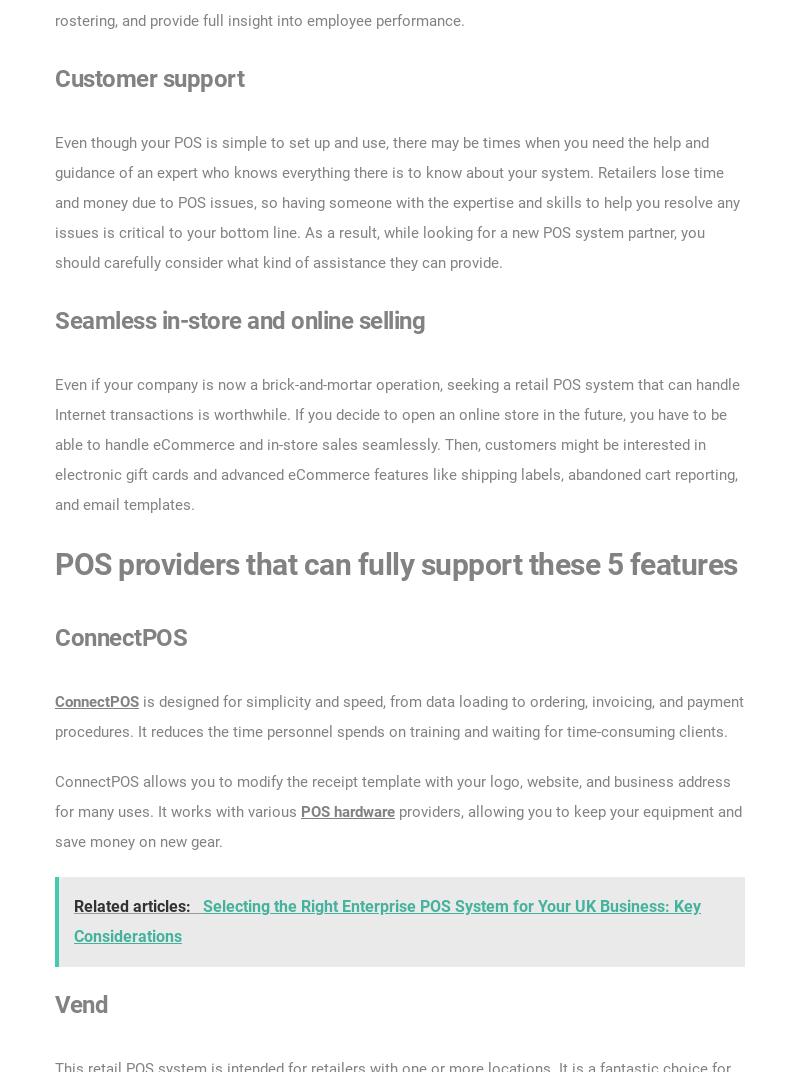  I want to click on 'POS hardware', so click(300, 809).